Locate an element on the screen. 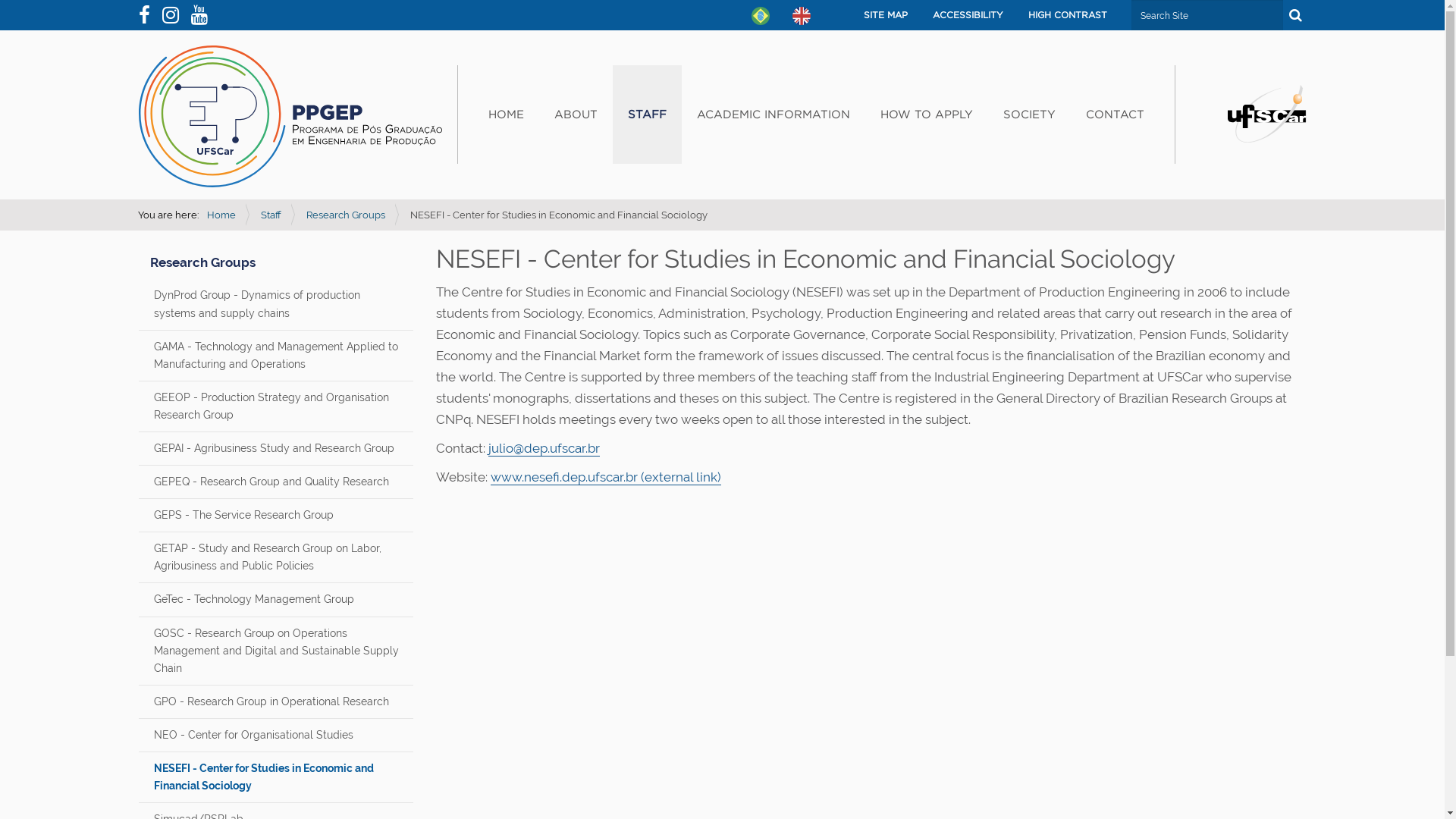 The height and width of the screenshot is (819, 1456). 'ACADEMIC INFORMATION' is located at coordinates (679, 113).